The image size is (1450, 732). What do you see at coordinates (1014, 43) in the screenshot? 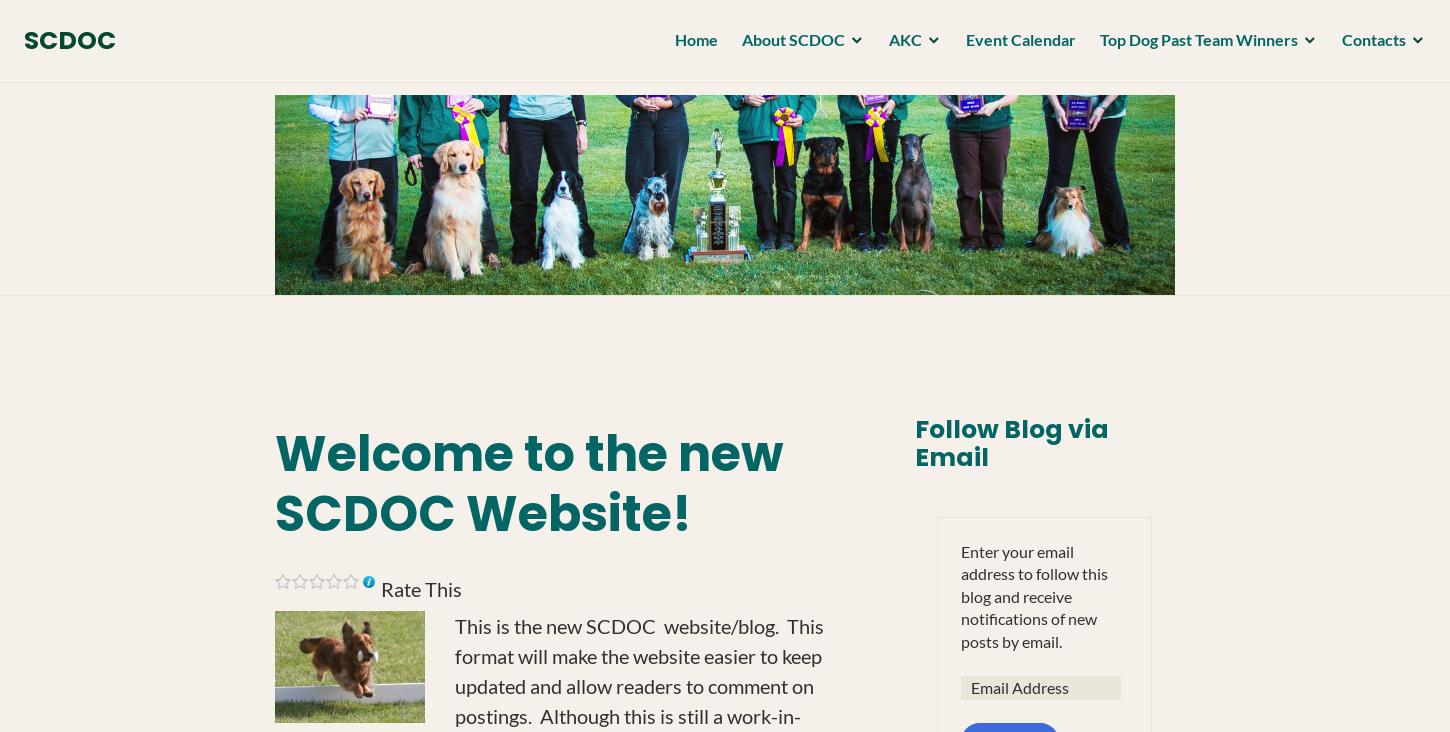
I see `'Event Calendar'` at bounding box center [1014, 43].